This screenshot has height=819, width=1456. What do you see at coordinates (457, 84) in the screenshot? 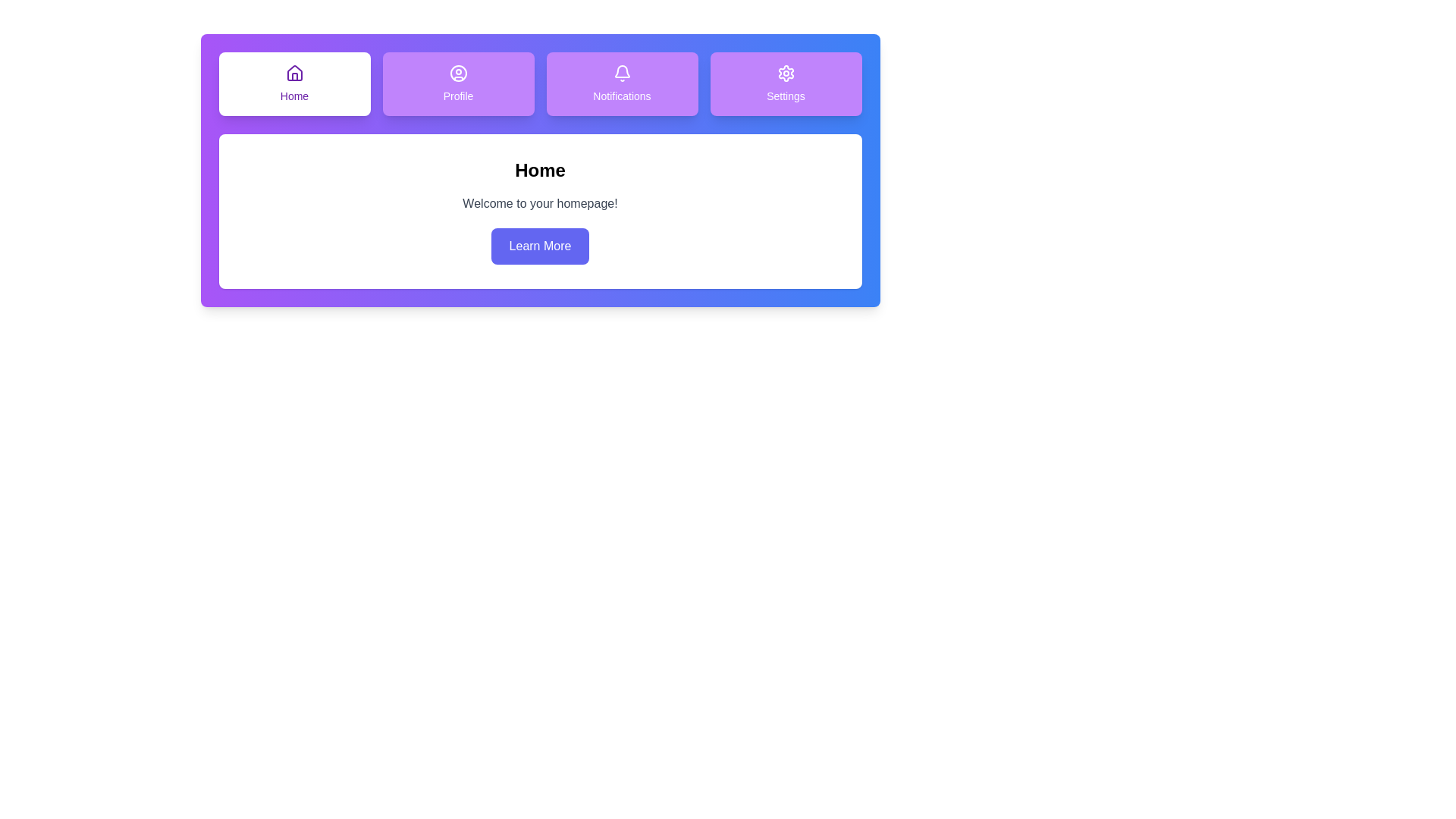
I see `the tab icon corresponding to Profile` at bounding box center [457, 84].